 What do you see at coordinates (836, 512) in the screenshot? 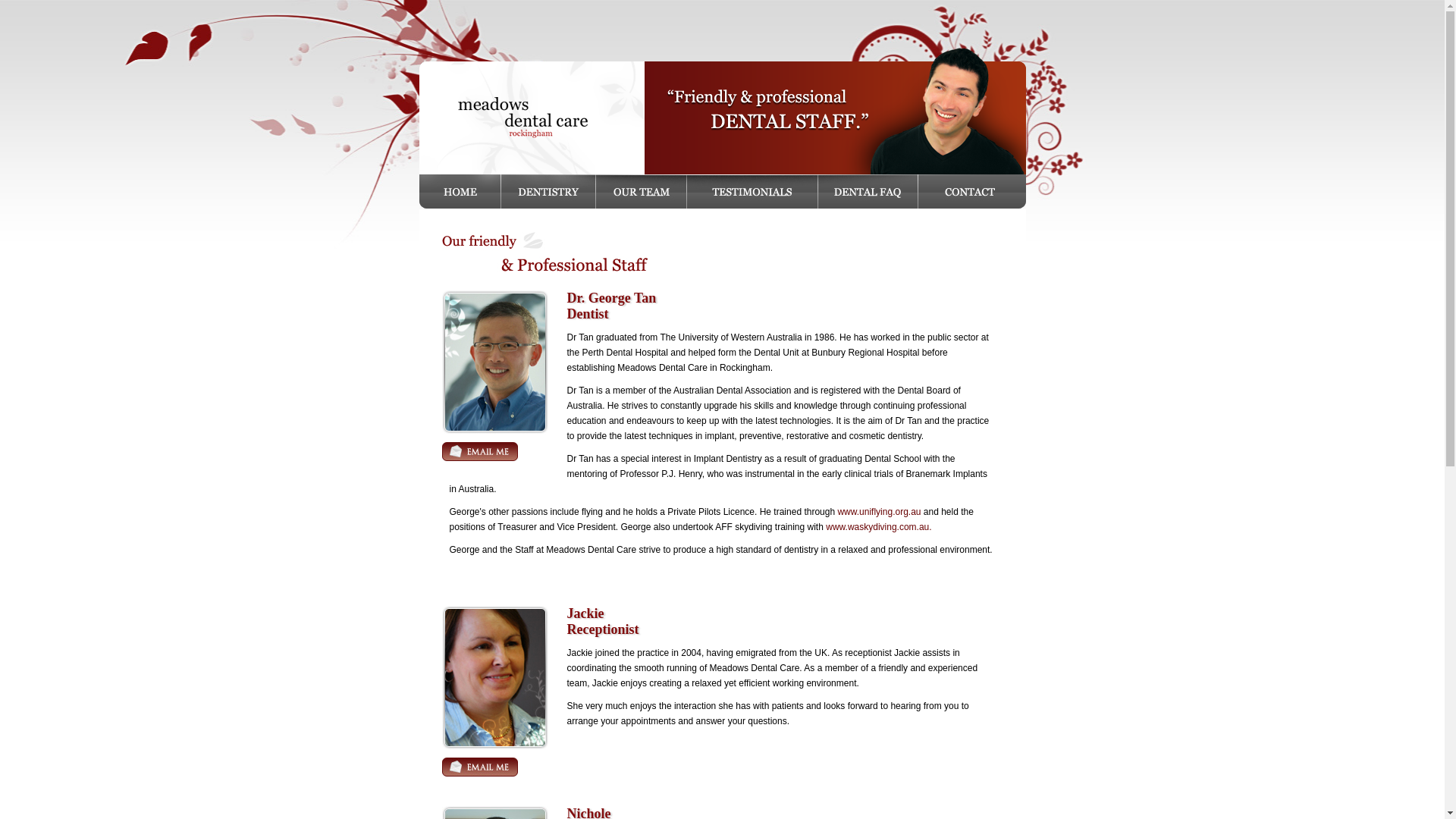
I see `'www.uniflying.org.au'` at bounding box center [836, 512].